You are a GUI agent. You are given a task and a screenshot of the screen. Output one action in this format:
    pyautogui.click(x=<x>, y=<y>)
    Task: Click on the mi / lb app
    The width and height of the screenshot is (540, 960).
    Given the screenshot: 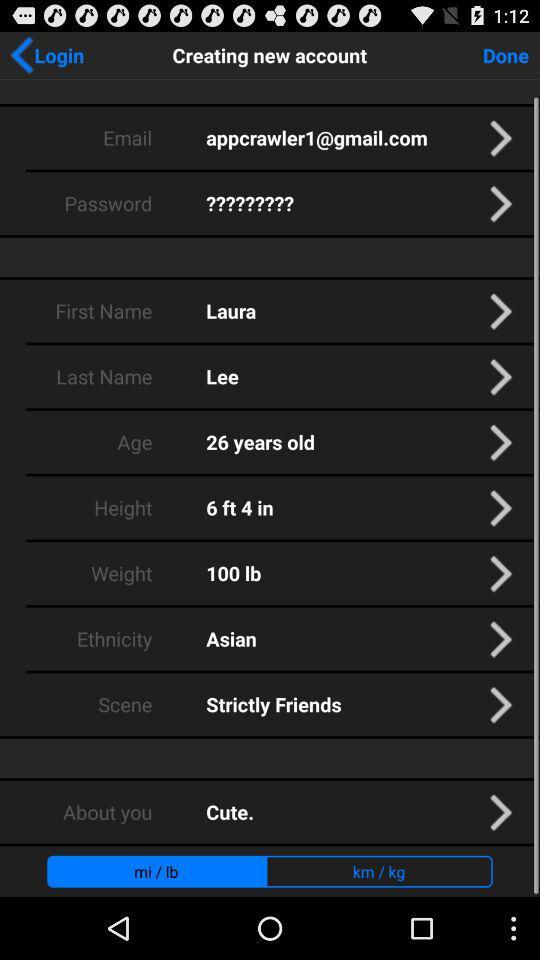 What is the action you would take?
    pyautogui.click(x=155, y=870)
    